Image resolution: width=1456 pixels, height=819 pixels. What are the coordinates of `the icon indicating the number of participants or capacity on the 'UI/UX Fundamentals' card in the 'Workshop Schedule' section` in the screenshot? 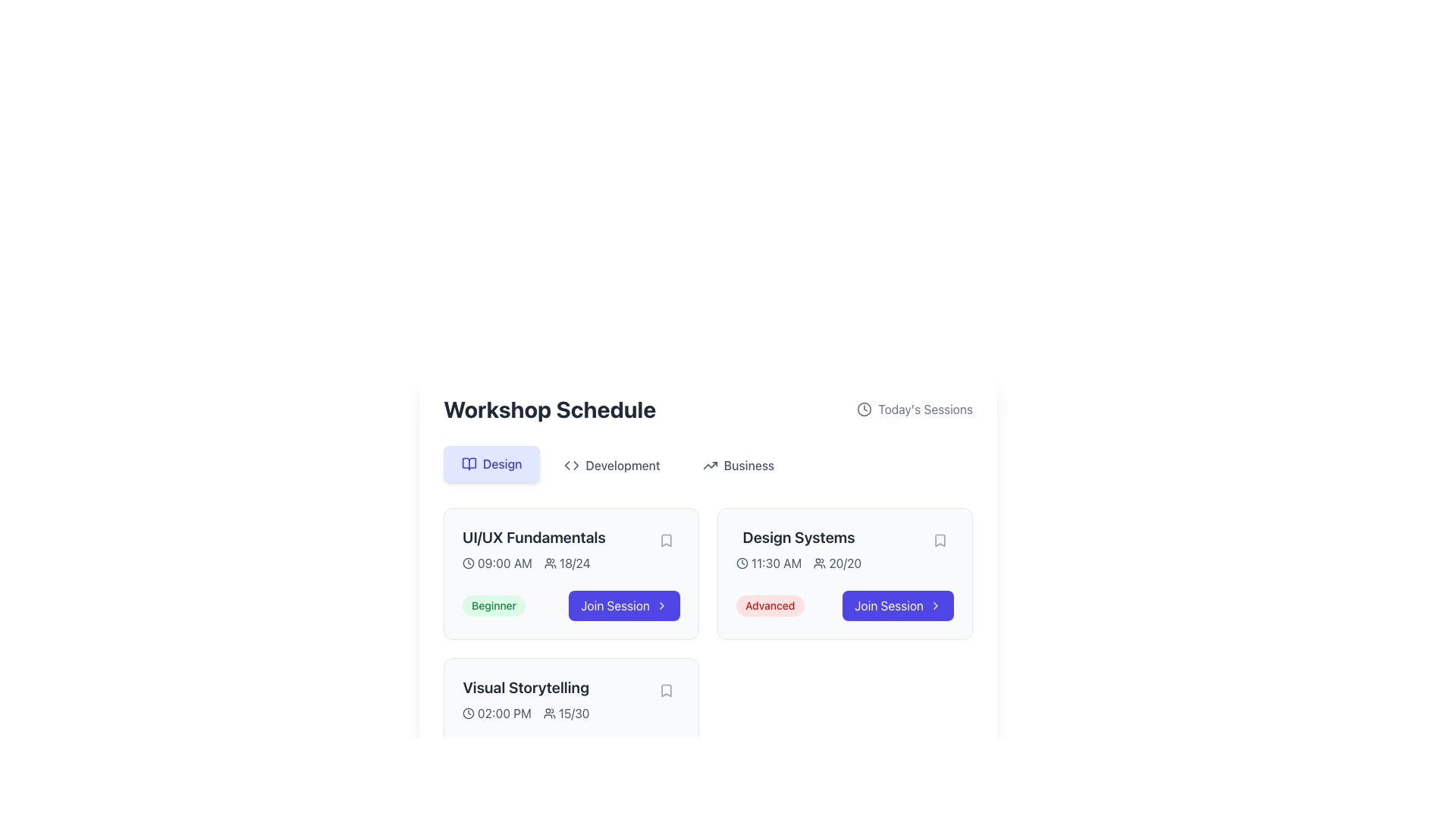 It's located at (549, 563).